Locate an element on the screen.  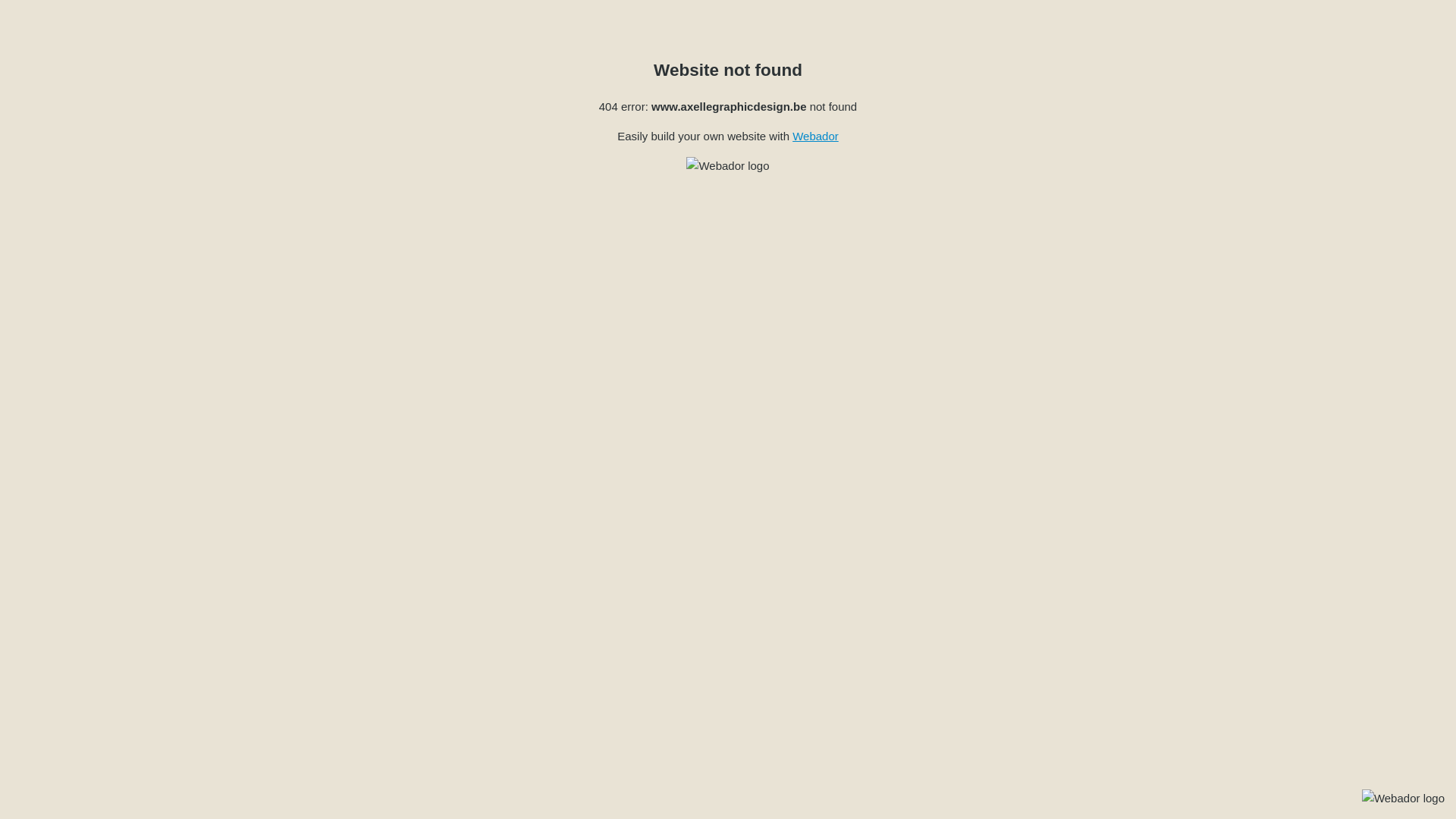
'Webador' is located at coordinates (814, 135).